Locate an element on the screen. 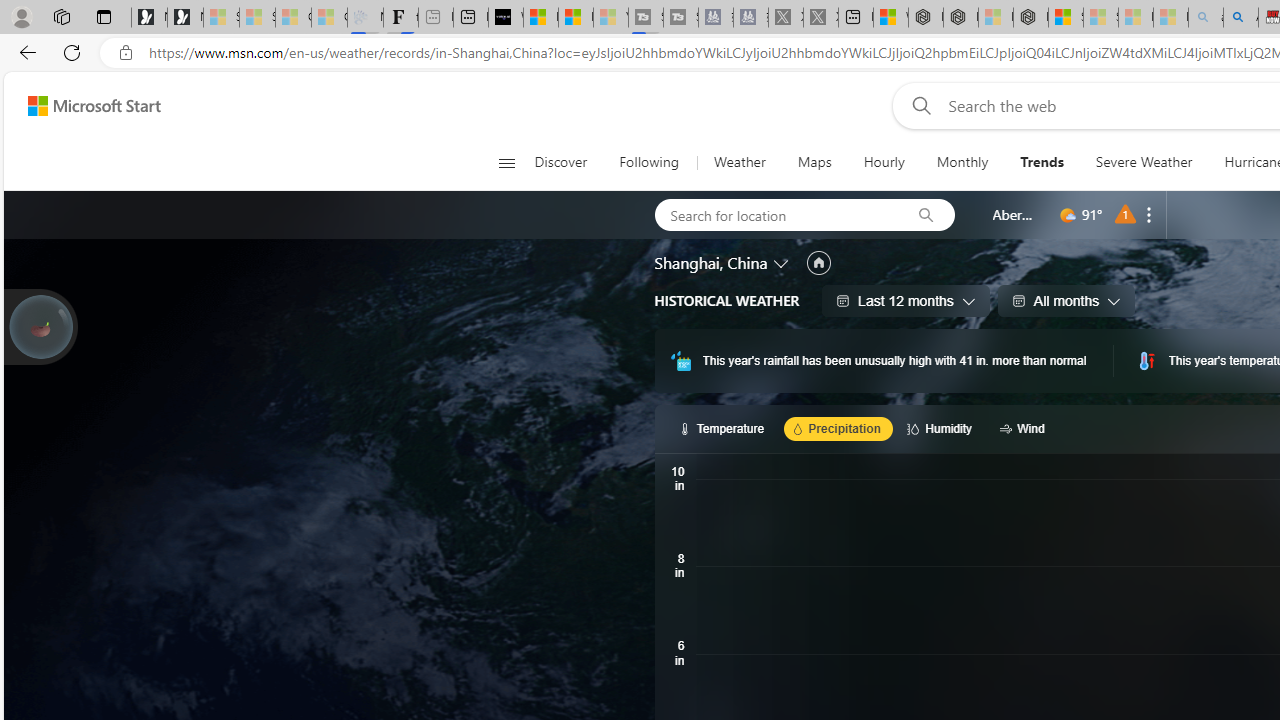 The width and height of the screenshot is (1280, 720). 'Set as primary location' is located at coordinates (818, 262).